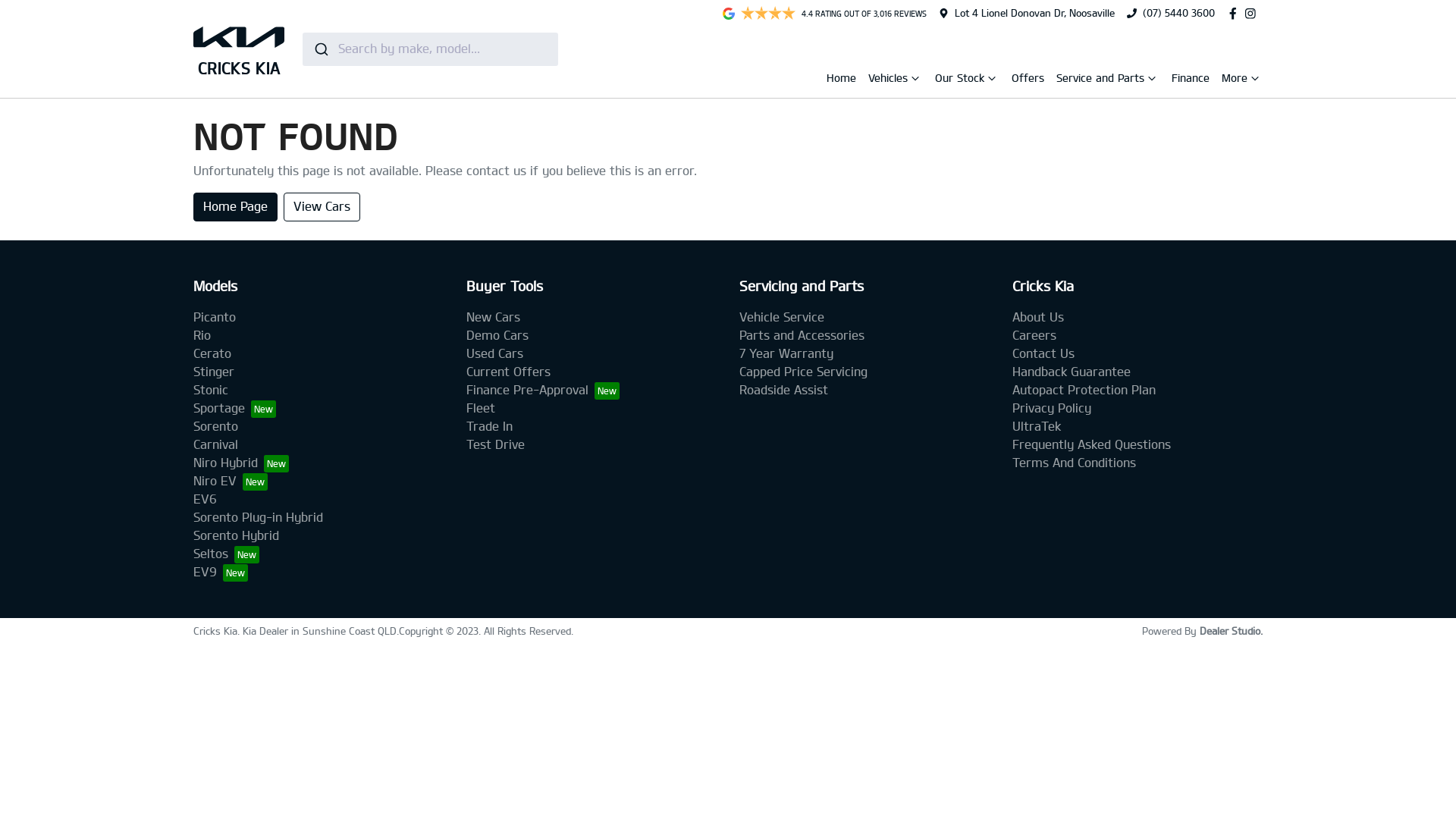 This screenshot has height=819, width=1456. What do you see at coordinates (215, 444) in the screenshot?
I see `'Carnival'` at bounding box center [215, 444].